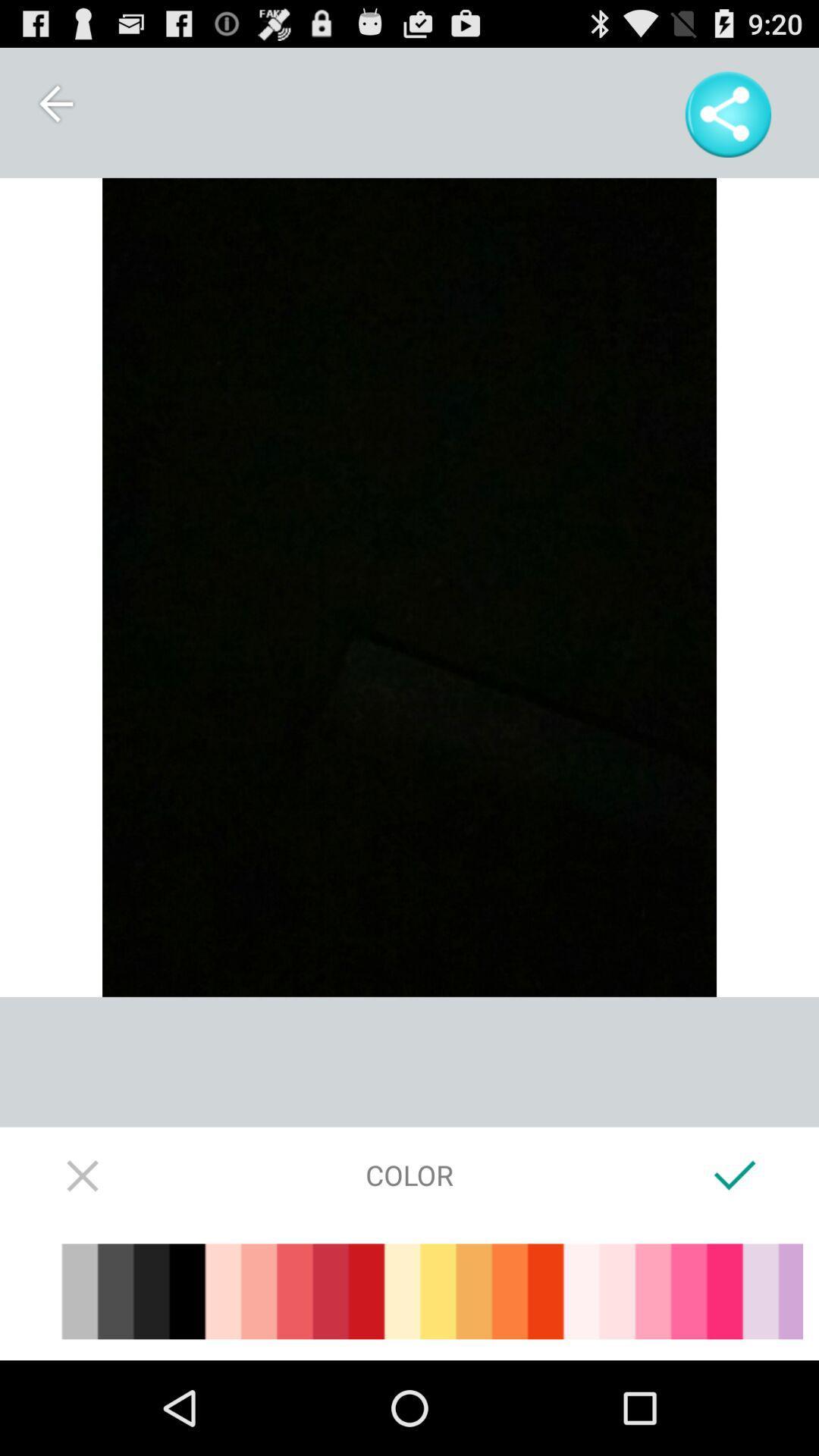 The image size is (819, 1456). Describe the element at coordinates (734, 1174) in the screenshot. I see `icon next to the color` at that location.